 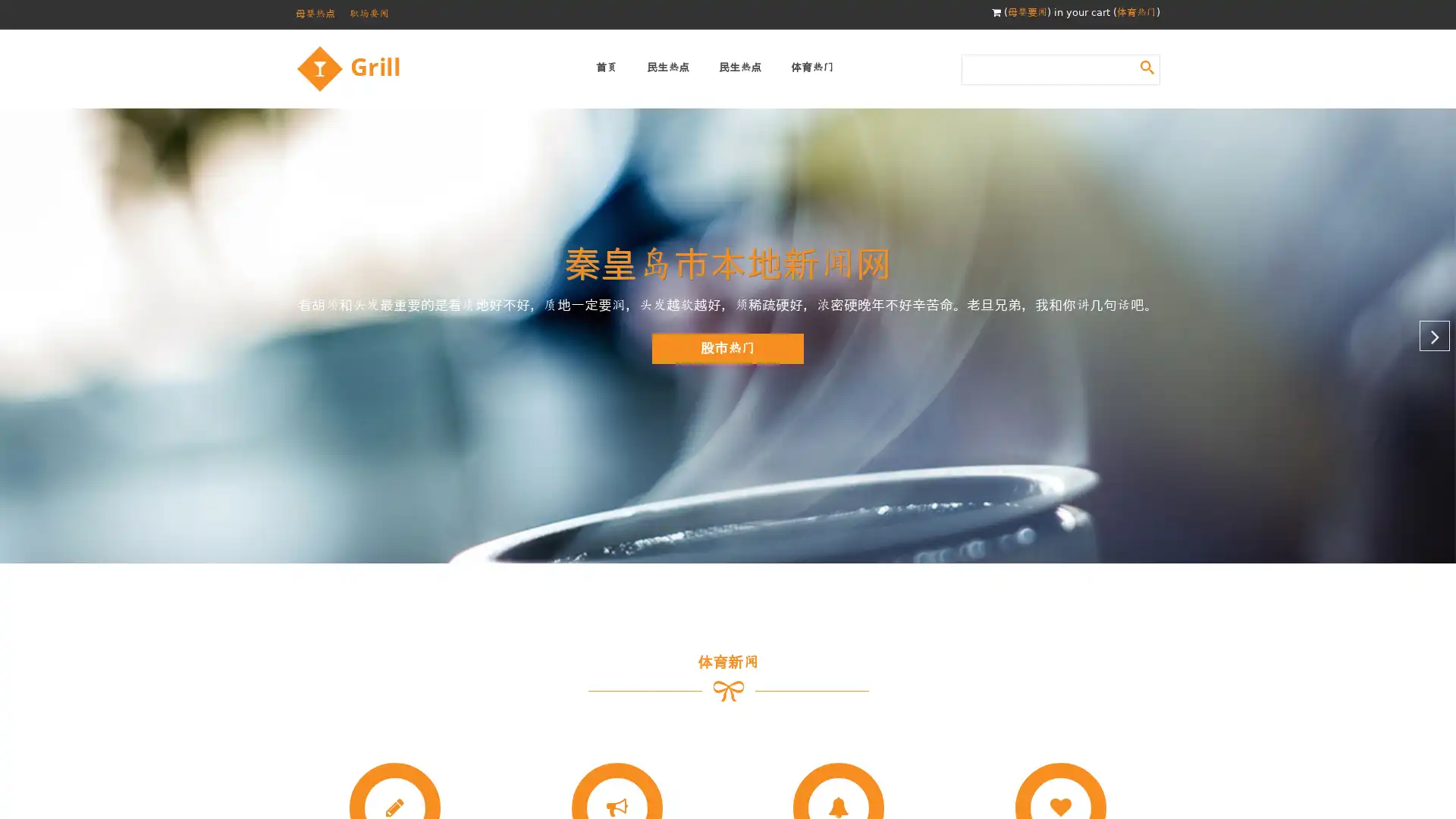 I want to click on Submit, so click(x=1147, y=66).